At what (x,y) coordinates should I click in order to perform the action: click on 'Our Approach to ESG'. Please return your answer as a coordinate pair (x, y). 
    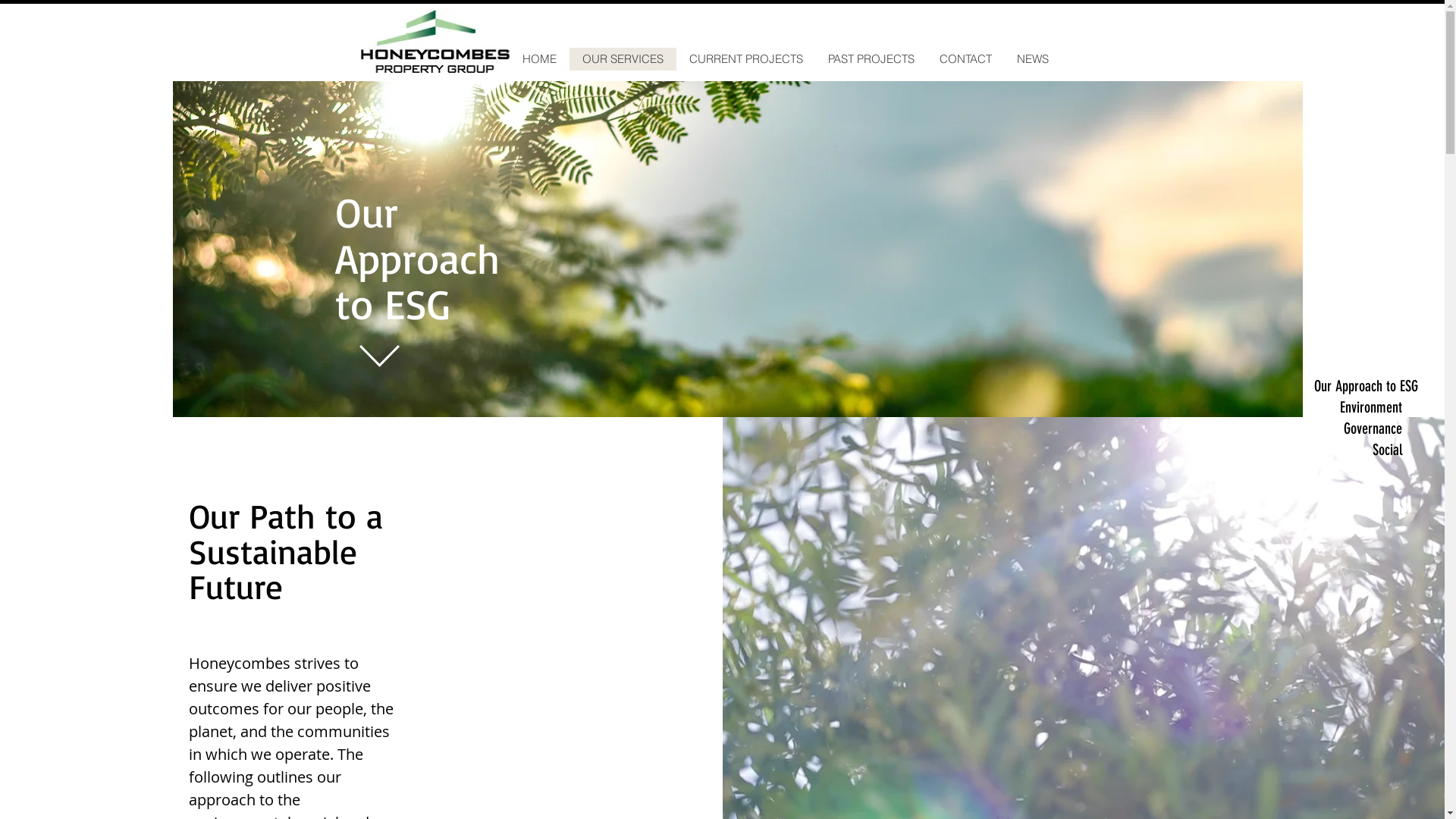
    Looking at the image, I should click on (1313, 385).